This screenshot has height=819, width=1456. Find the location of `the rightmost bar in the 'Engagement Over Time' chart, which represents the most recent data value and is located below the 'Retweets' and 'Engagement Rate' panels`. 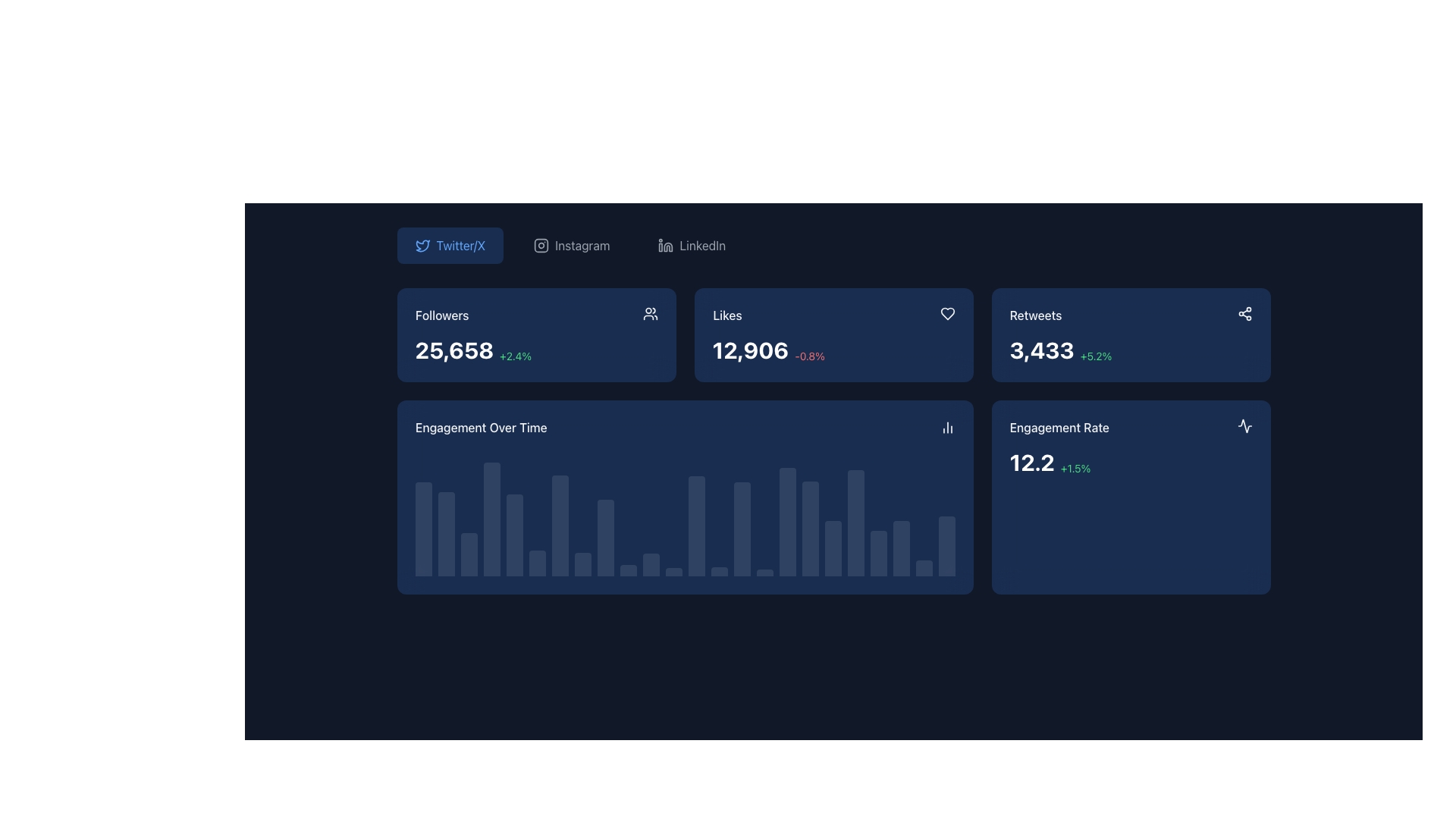

the rightmost bar in the 'Engagement Over Time' chart, which represents the most recent data value and is located below the 'Retweets' and 'Engagement Rate' panels is located at coordinates (946, 546).